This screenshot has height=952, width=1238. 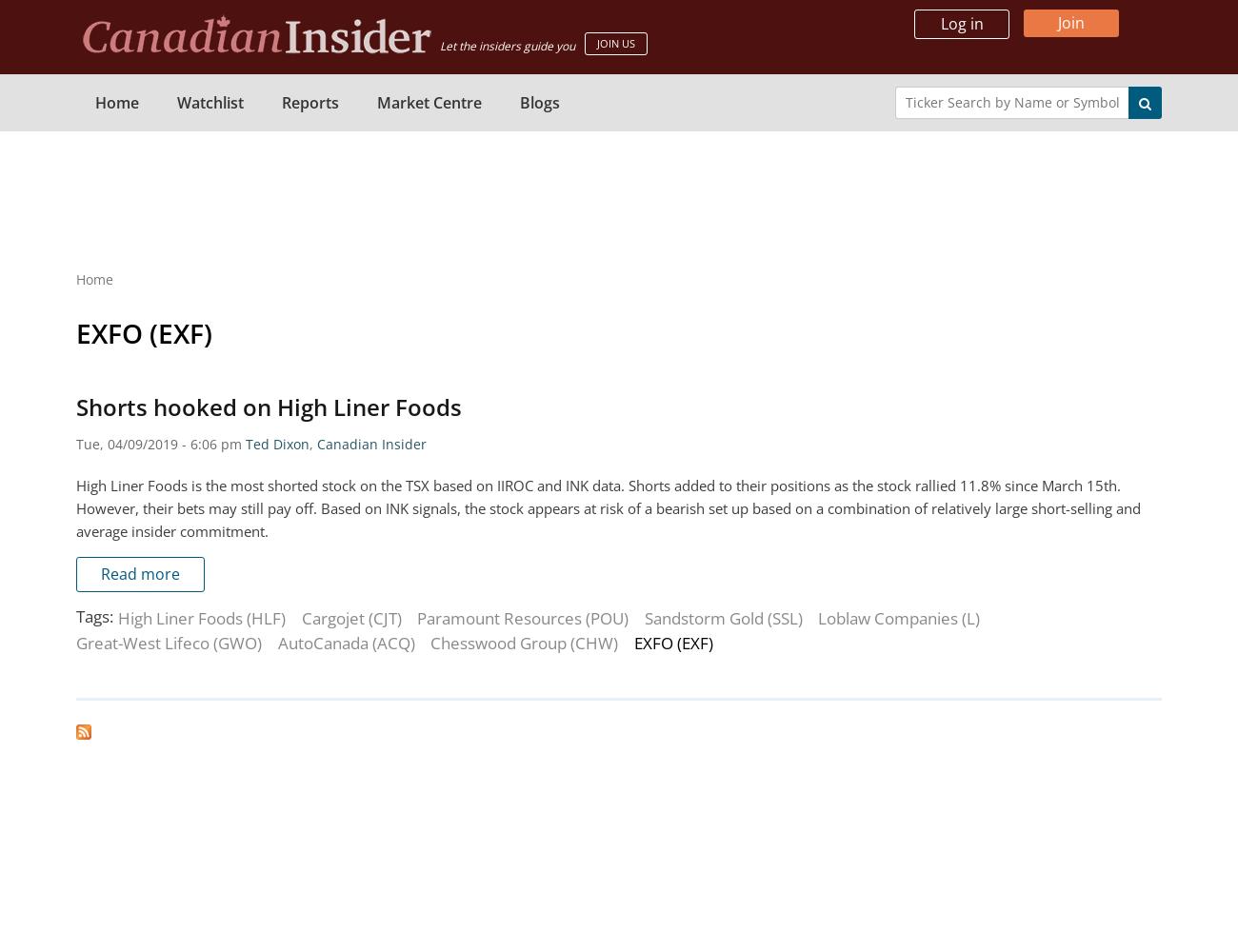 I want to click on 'Let the insiders guide you', so click(x=439, y=46).